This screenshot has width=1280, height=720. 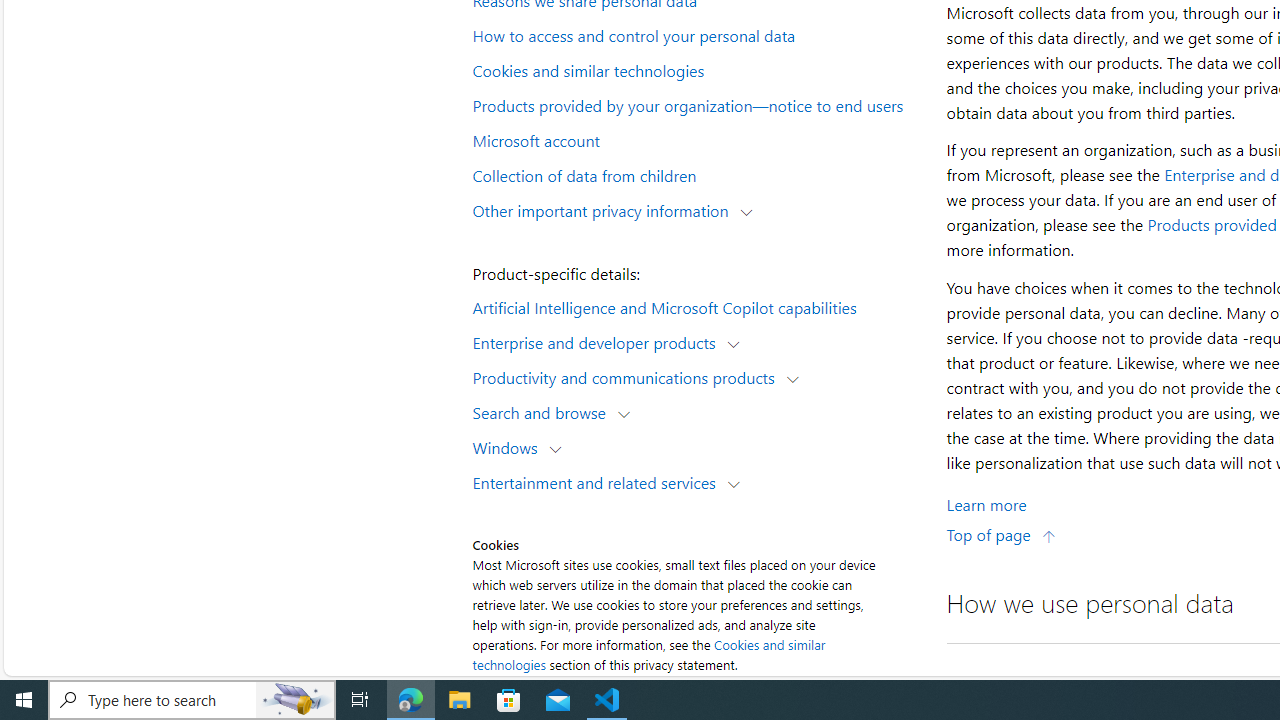 What do you see at coordinates (604, 209) in the screenshot?
I see `'Other important privacy information'` at bounding box center [604, 209].